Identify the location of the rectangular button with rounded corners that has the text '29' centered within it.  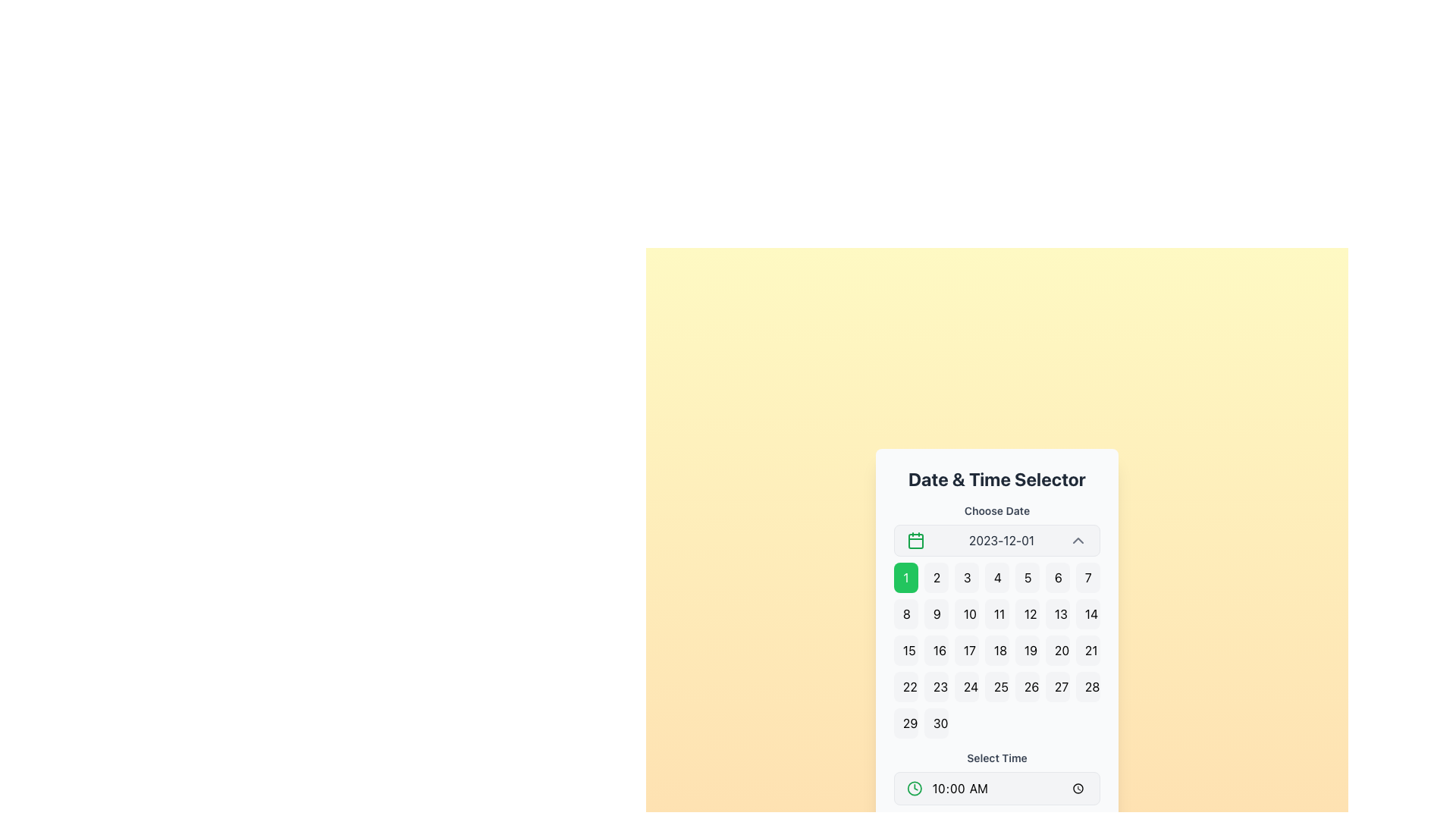
(906, 722).